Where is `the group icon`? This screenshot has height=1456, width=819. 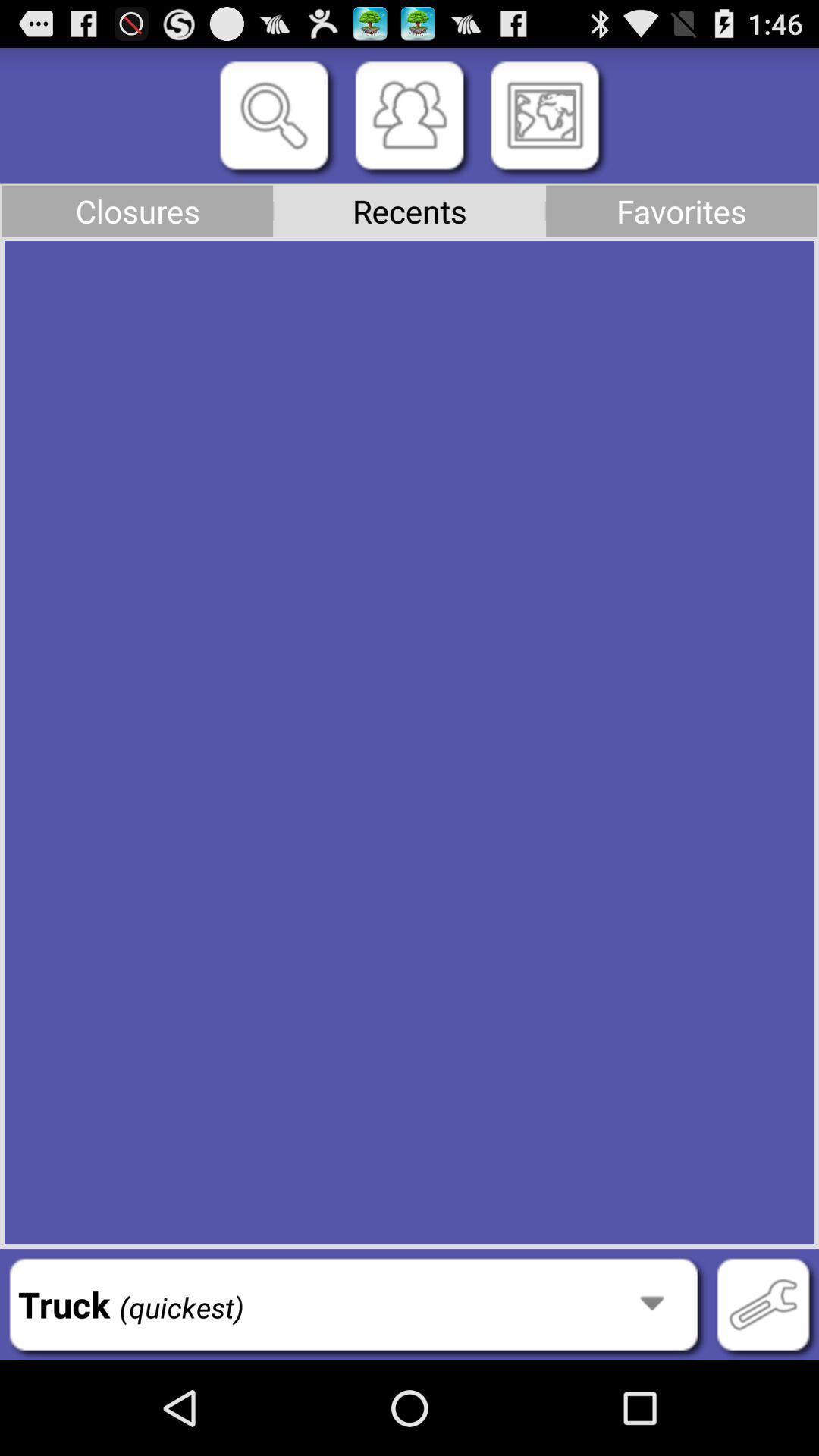
the group icon is located at coordinates (409, 124).